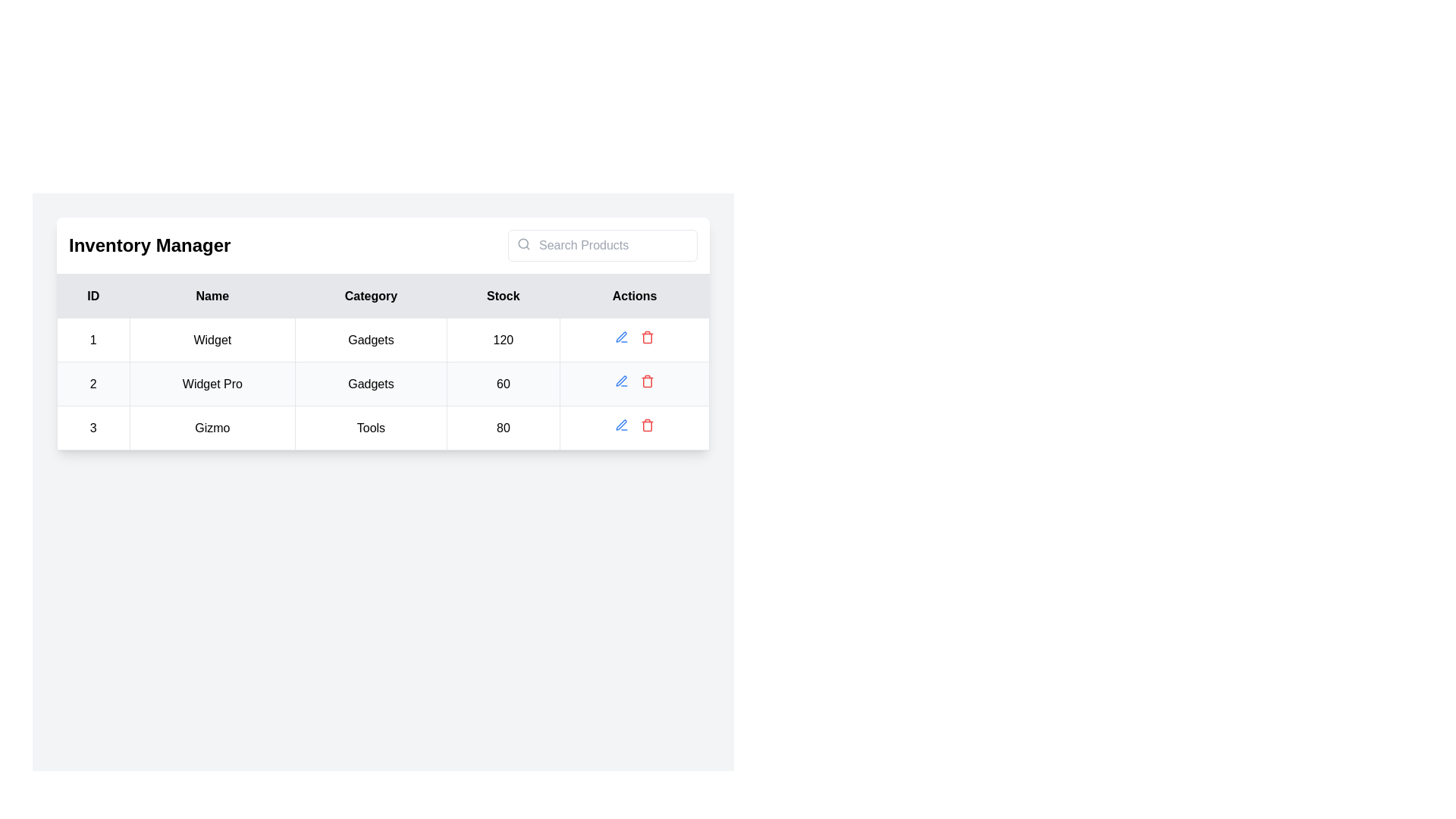 The image size is (1456, 819). I want to click on text from the Table Cell containing 'Tools' located in the third row under the 'Category' column, so click(383, 428).